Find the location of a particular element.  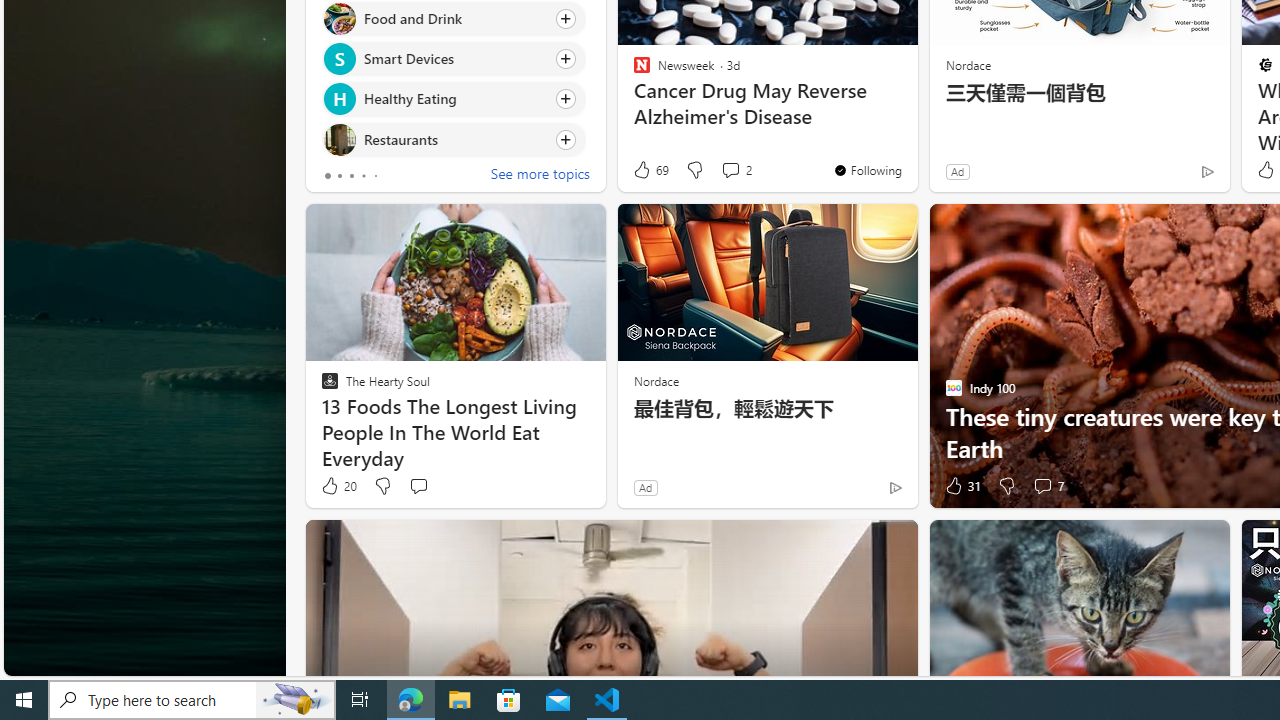

'View comments 2 Comment' is located at coordinates (735, 169).